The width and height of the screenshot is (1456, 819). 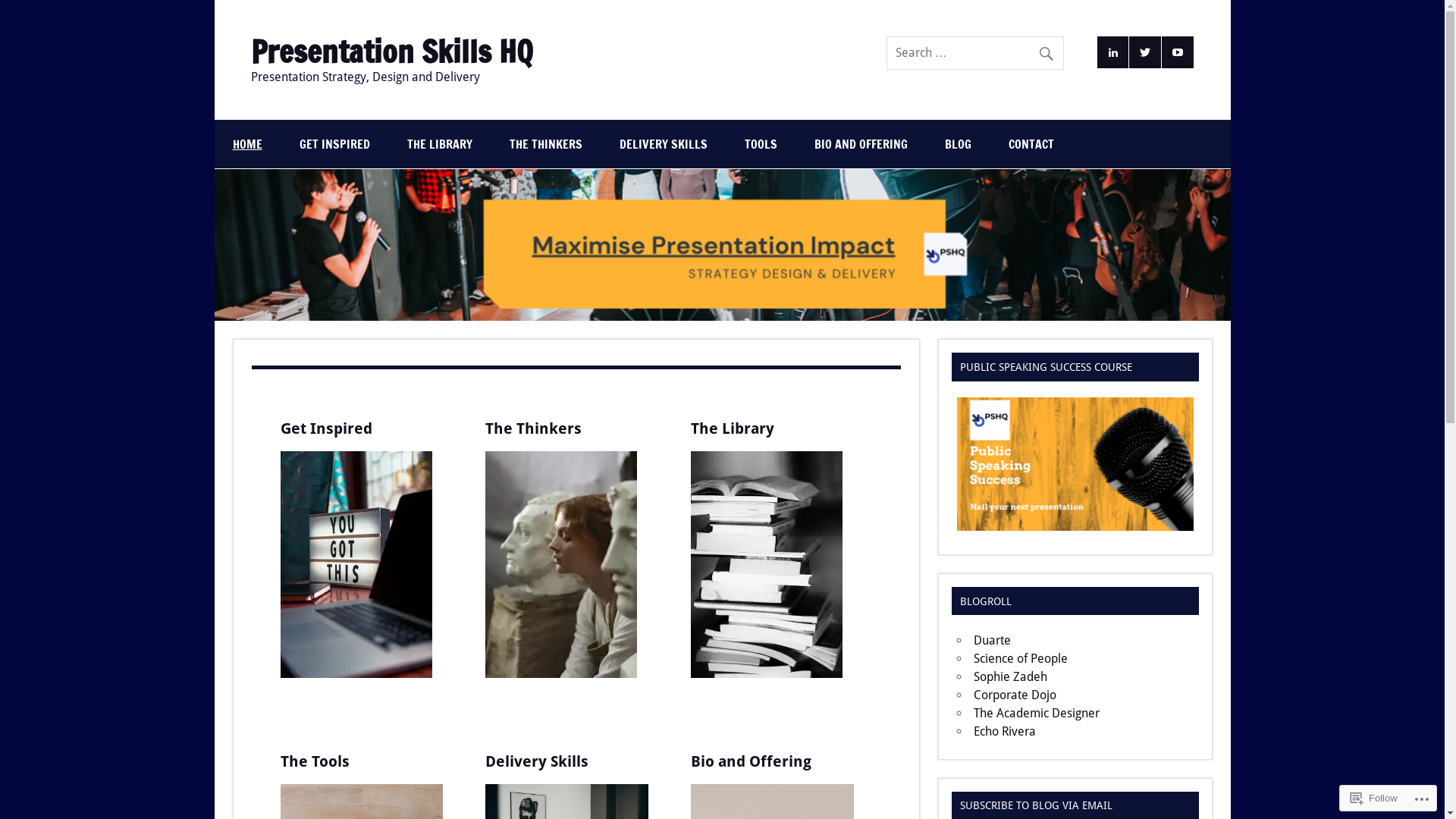 What do you see at coordinates (1036, 713) in the screenshot?
I see `'The Academic Designer'` at bounding box center [1036, 713].